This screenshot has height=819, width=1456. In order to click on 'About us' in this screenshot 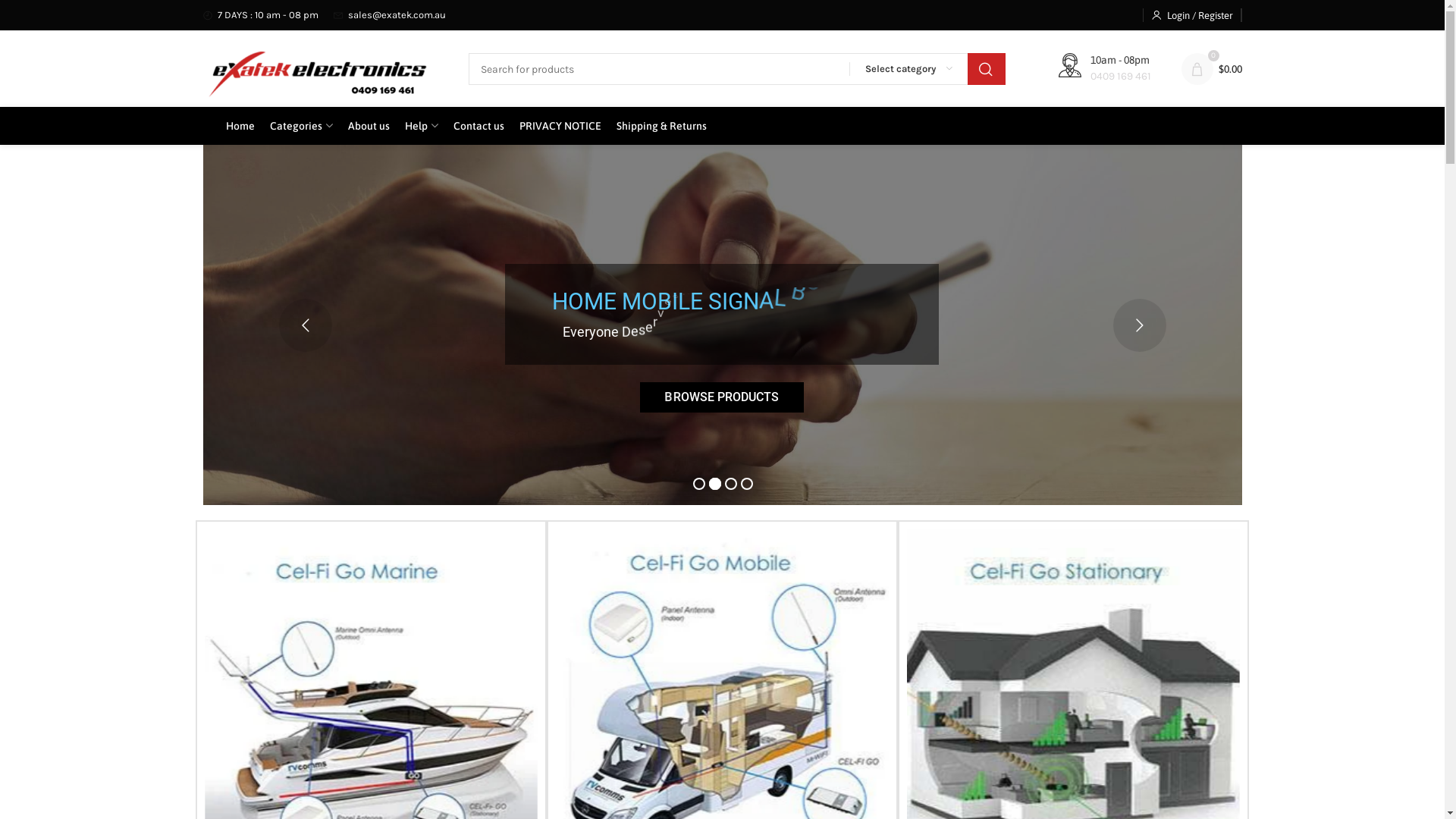, I will do `click(368, 124)`.